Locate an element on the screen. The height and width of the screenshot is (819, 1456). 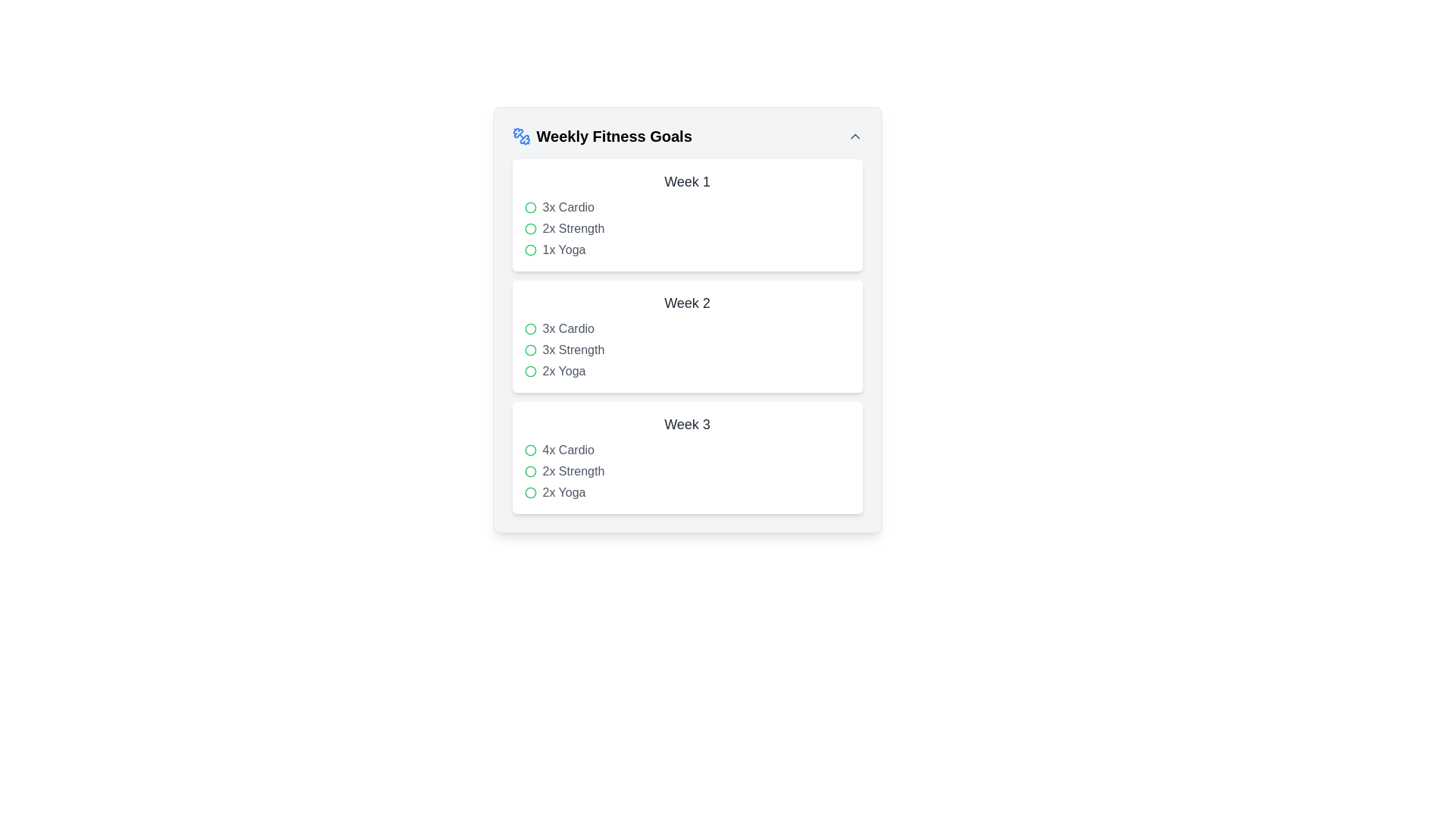
the small circle icon with a green border next to the text '2x Yoga' in the 'Week 2' section of fitness goals is located at coordinates (530, 371).